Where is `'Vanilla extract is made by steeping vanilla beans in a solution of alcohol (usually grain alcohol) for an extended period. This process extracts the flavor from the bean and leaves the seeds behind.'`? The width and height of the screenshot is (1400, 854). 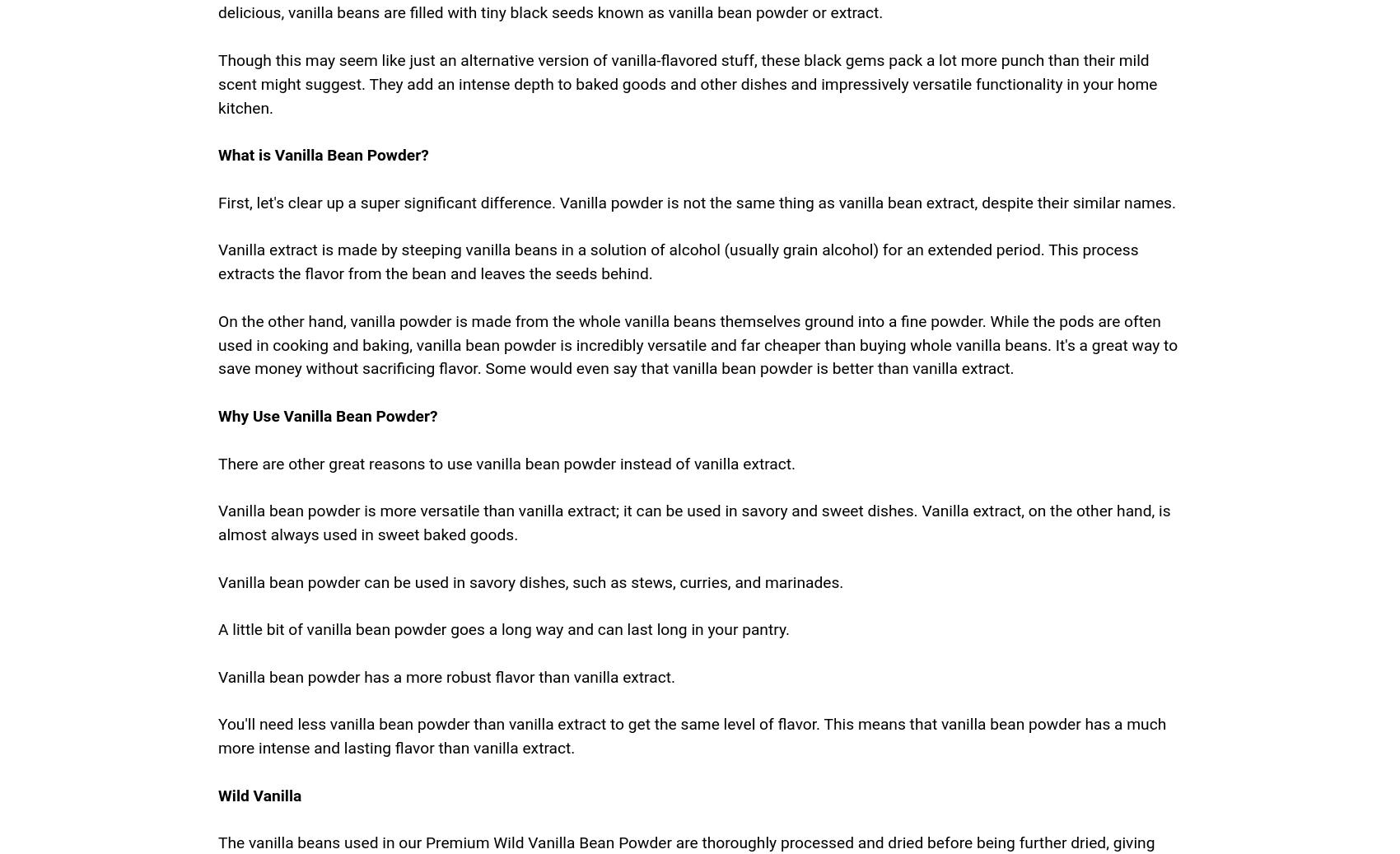 'Vanilla extract is made by steeping vanilla beans in a solution of alcohol (usually grain alcohol) for an extended period. This process extracts the flavor from the bean and leaves the seeds behind.' is located at coordinates (677, 261).